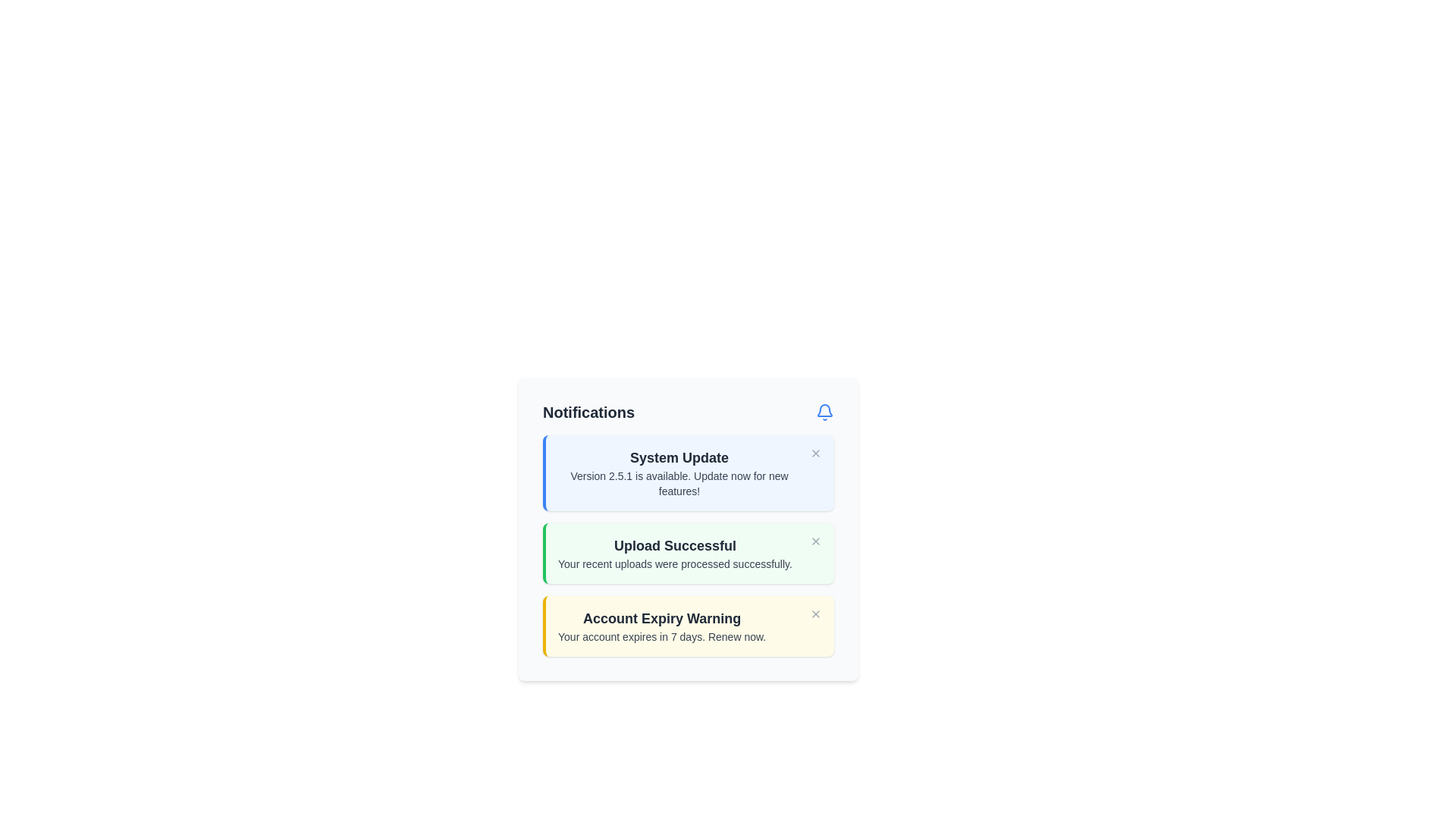 Image resolution: width=1456 pixels, height=819 pixels. What do you see at coordinates (679, 483) in the screenshot?
I see `the text label displaying the message 'Version 2.5.1 is available. Update now for new features!' located beneath the 'System Update' header in the notification card` at bounding box center [679, 483].